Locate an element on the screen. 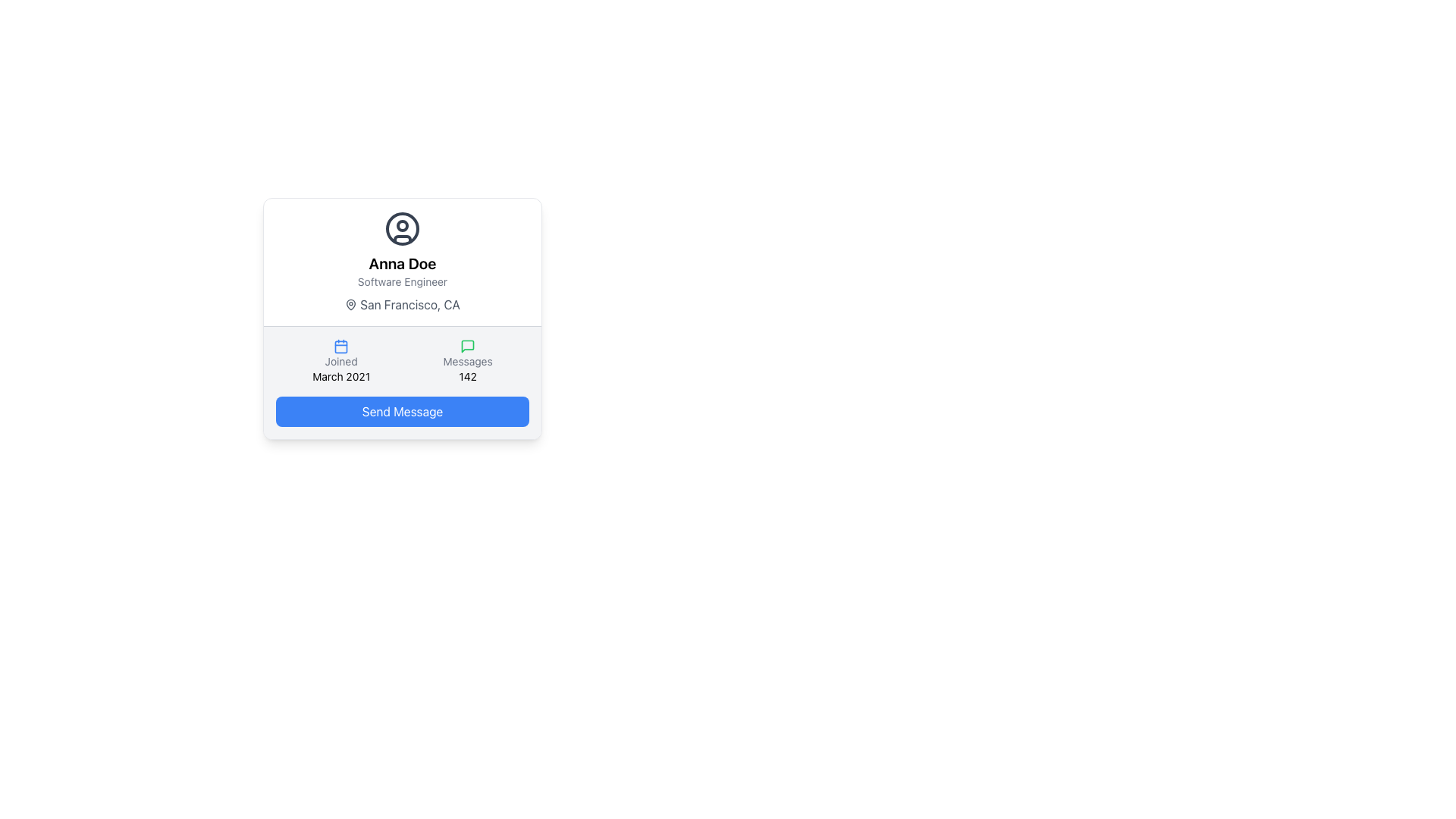 The image size is (1456, 819). the speech bubble icon located on the right side of the section at the bottom of a card layout, near the 'Messages' text is located at coordinates (467, 346).